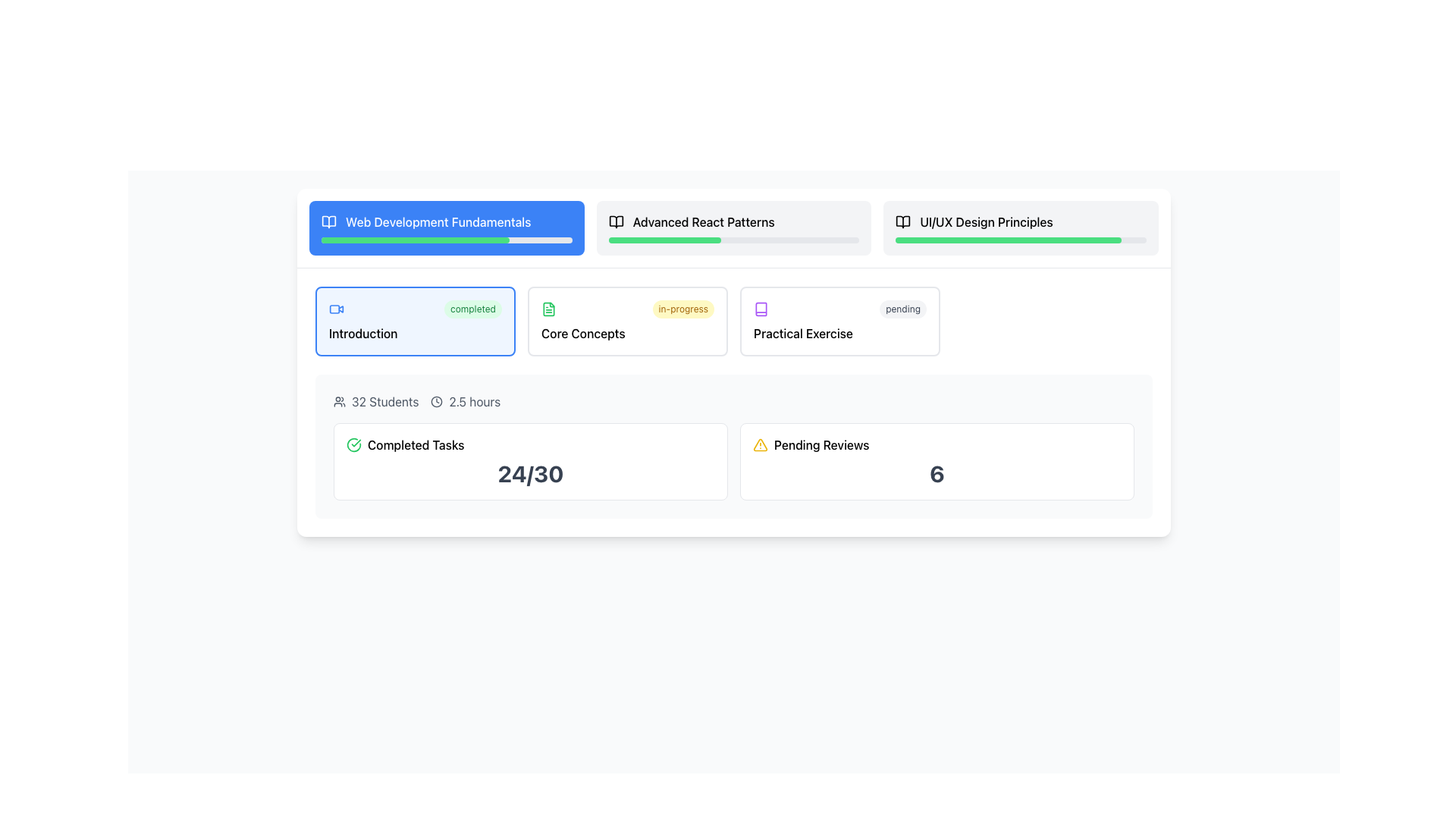  Describe the element at coordinates (415, 321) in the screenshot. I see `the 'Introduction' informational card element, which has a light blue background, blue border, and a green 'completed' badge` at that location.